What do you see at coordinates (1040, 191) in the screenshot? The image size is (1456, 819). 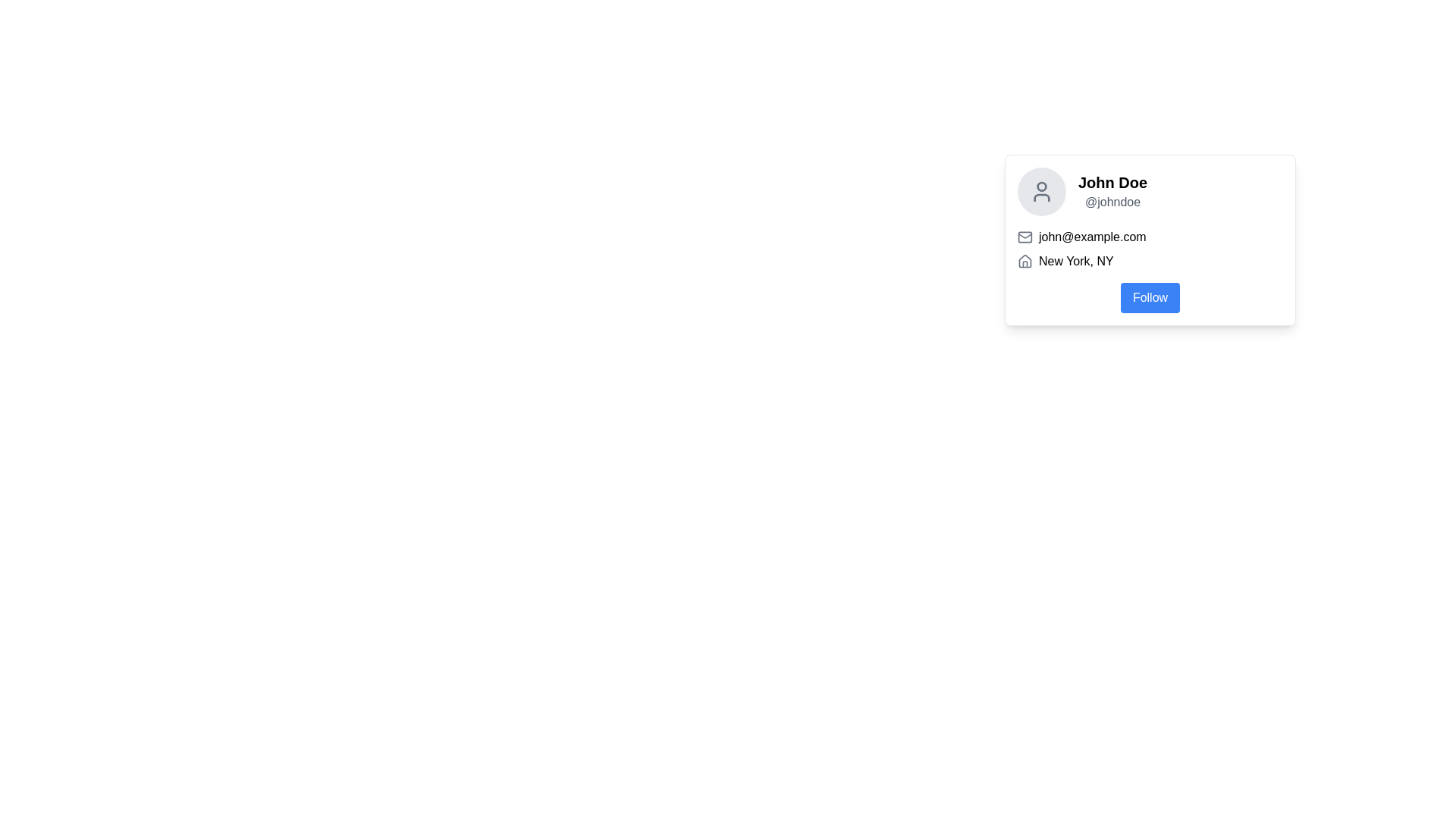 I see `the user profile silhouette icon displayed in a light gray color within a circular background, located in the upper-left corner of the user details card` at bounding box center [1040, 191].